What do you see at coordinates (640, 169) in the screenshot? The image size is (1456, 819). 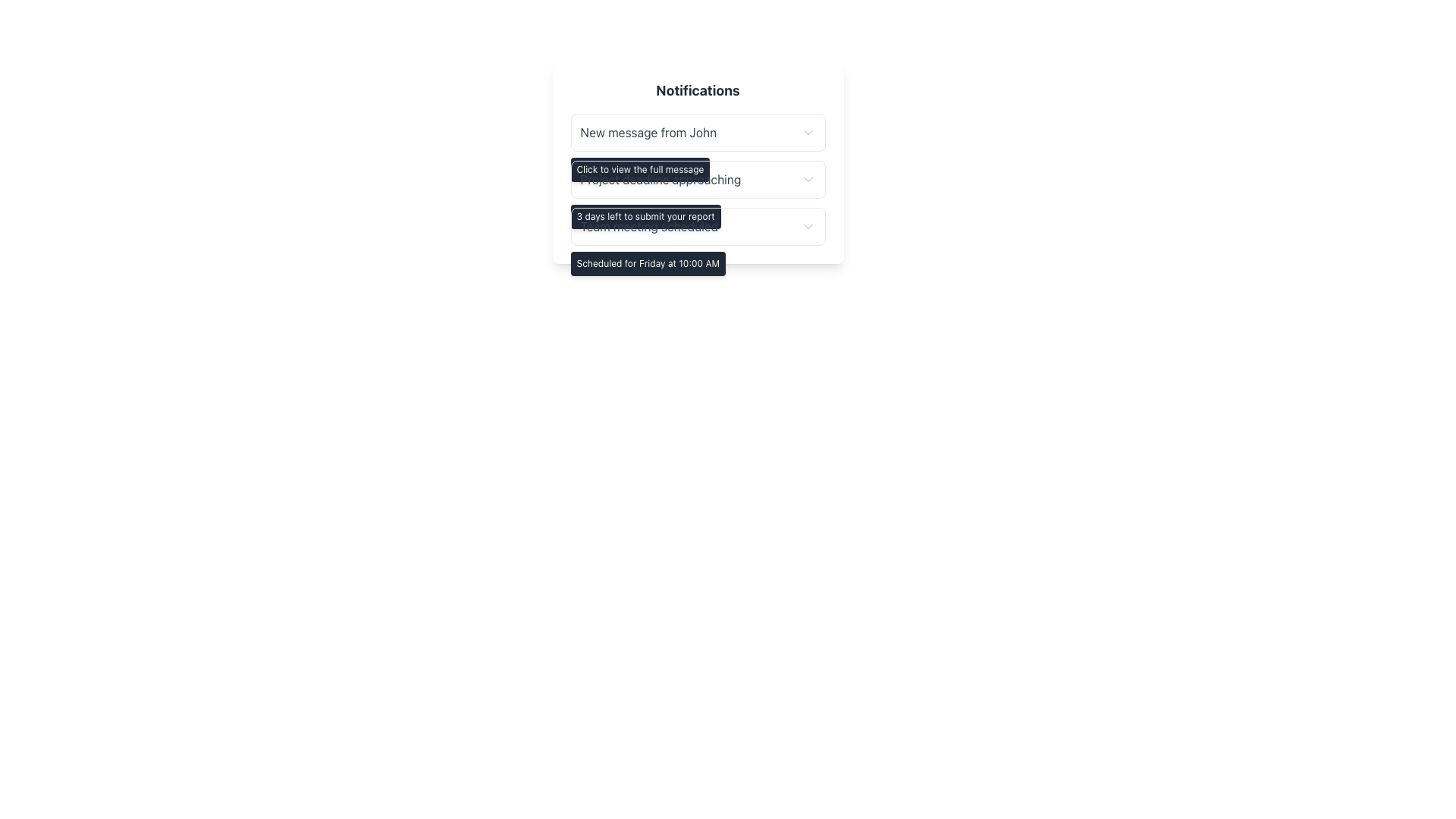 I see `the tooltip containing the text 'Click` at bounding box center [640, 169].